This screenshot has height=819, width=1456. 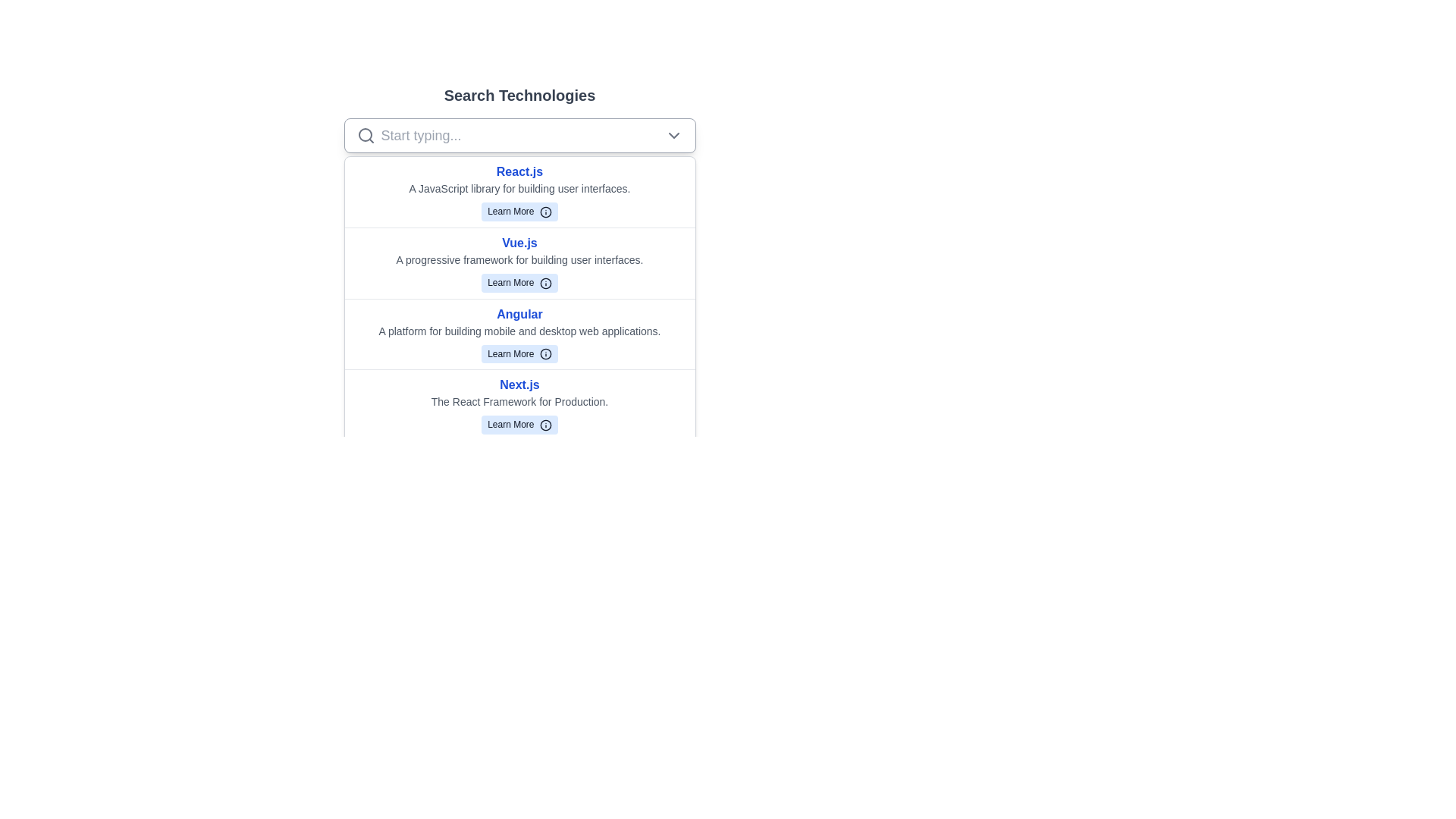 I want to click on the circular icon containing an 'i' symbol, styled with a blue stroke and a white background, located immediately to the right of the 'Learn More' text in the fourth row of listed items, so click(x=545, y=425).